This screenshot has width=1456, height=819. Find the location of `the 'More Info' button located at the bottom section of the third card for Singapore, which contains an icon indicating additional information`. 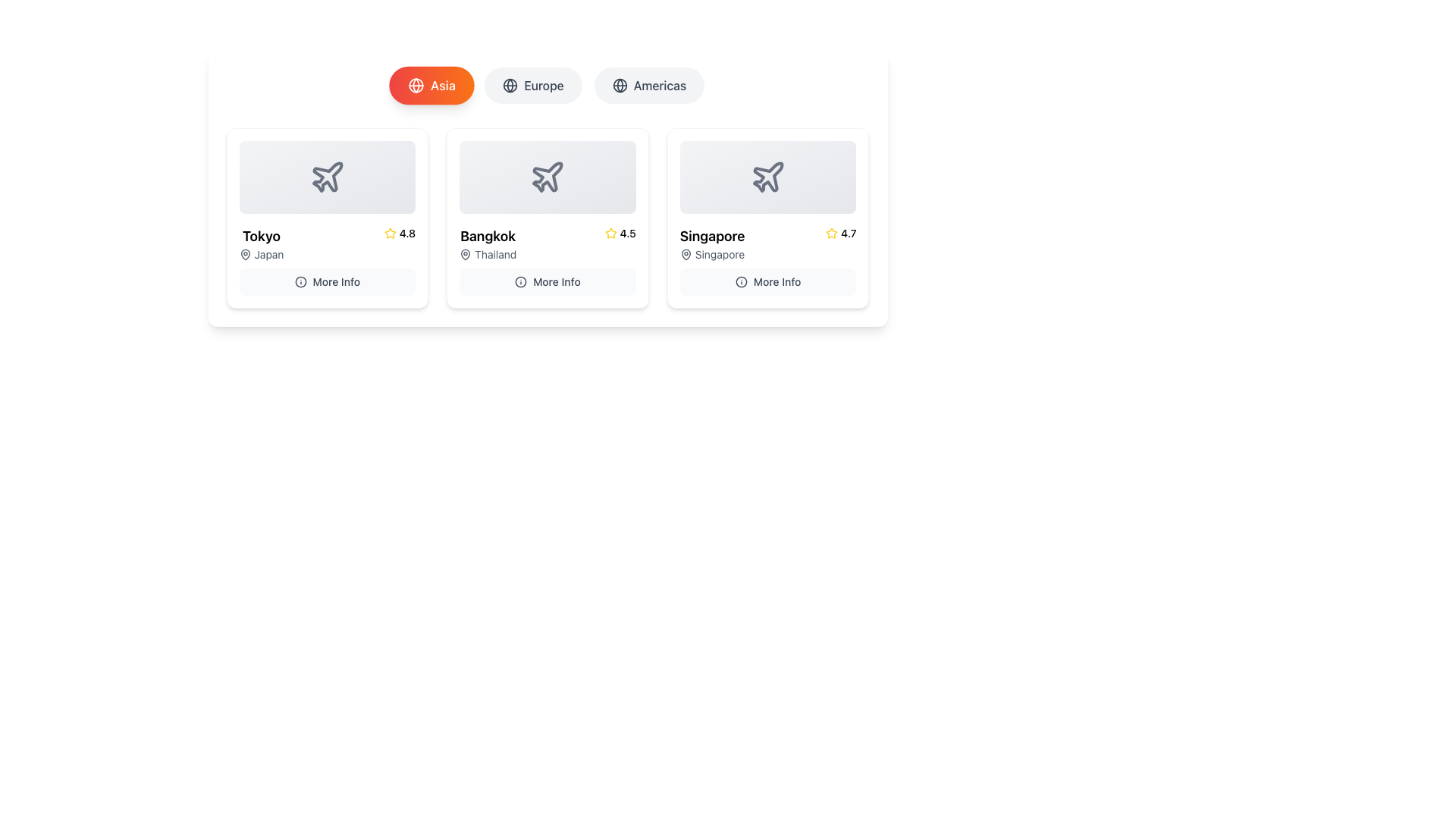

the 'More Info' button located at the bottom section of the third card for Singapore, which contains an icon indicating additional information is located at coordinates (741, 281).